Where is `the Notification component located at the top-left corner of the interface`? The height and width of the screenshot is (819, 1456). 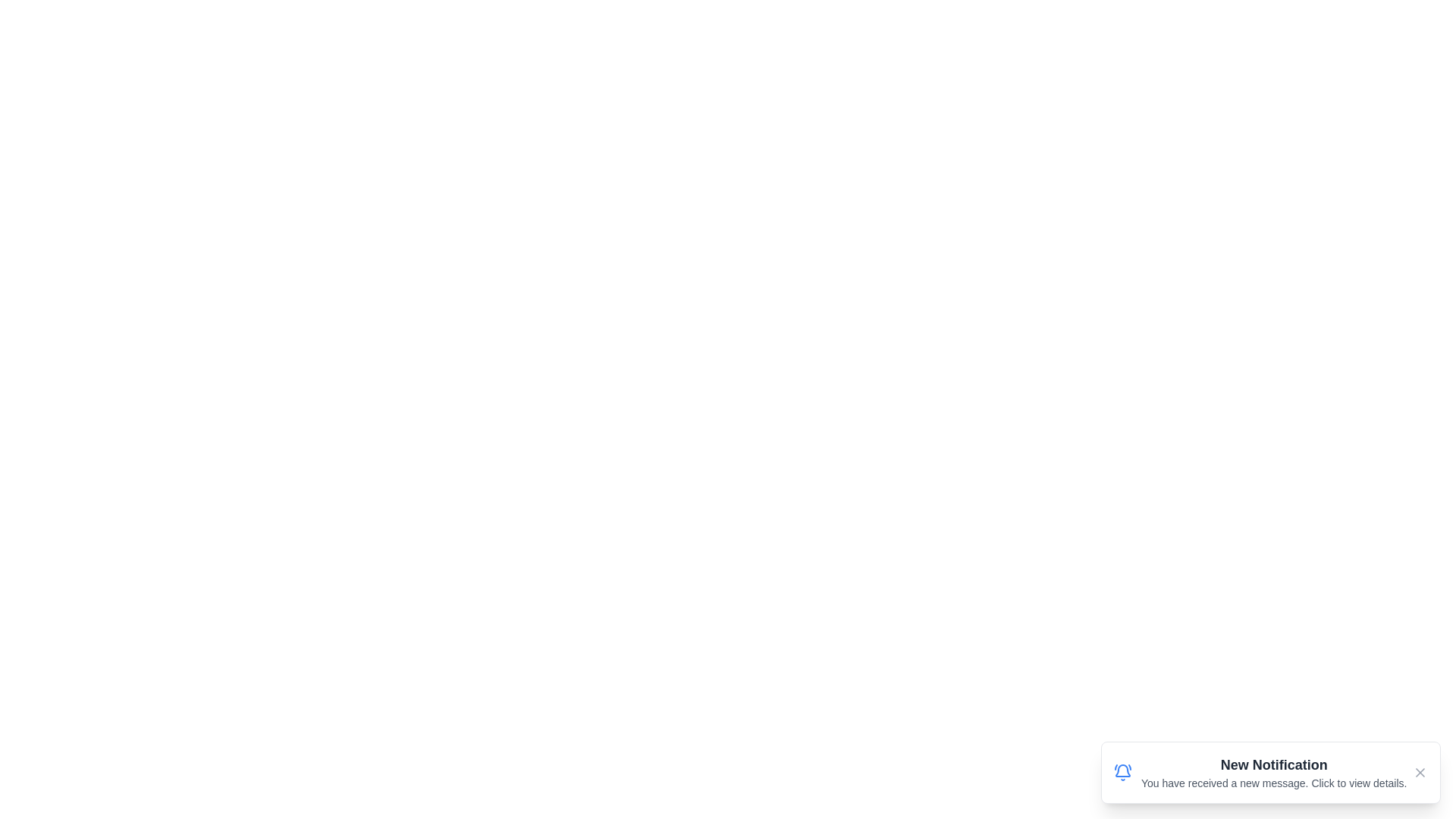
the Notification component located at the top-left corner of the interface is located at coordinates (1260, 772).